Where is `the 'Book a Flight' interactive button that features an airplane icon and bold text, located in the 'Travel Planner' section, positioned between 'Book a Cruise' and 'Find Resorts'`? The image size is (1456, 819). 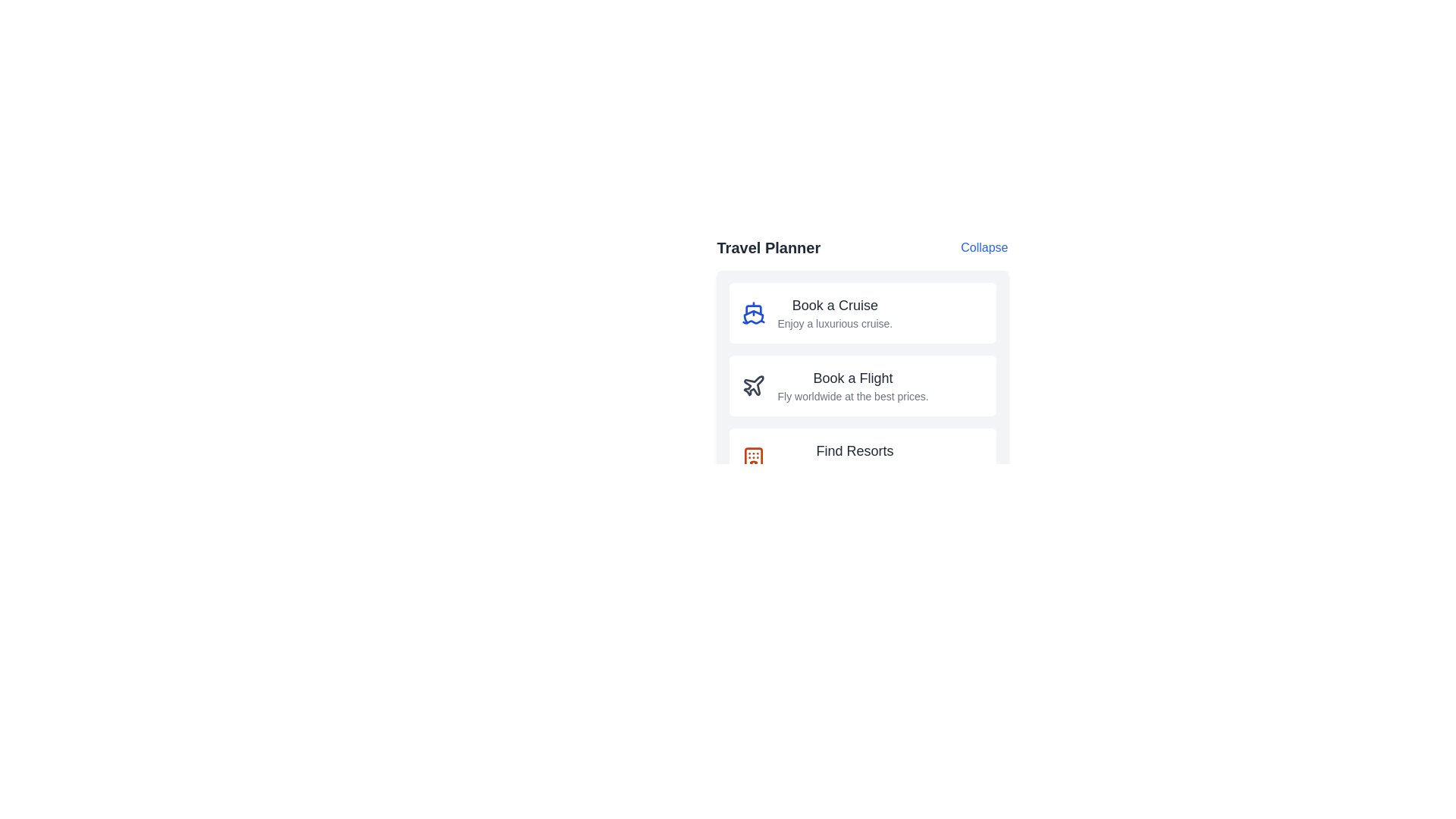
the 'Book a Flight' interactive button that features an airplane icon and bold text, located in the 'Travel Planner' section, positioned between 'Book a Cruise' and 'Find Resorts' is located at coordinates (862, 385).